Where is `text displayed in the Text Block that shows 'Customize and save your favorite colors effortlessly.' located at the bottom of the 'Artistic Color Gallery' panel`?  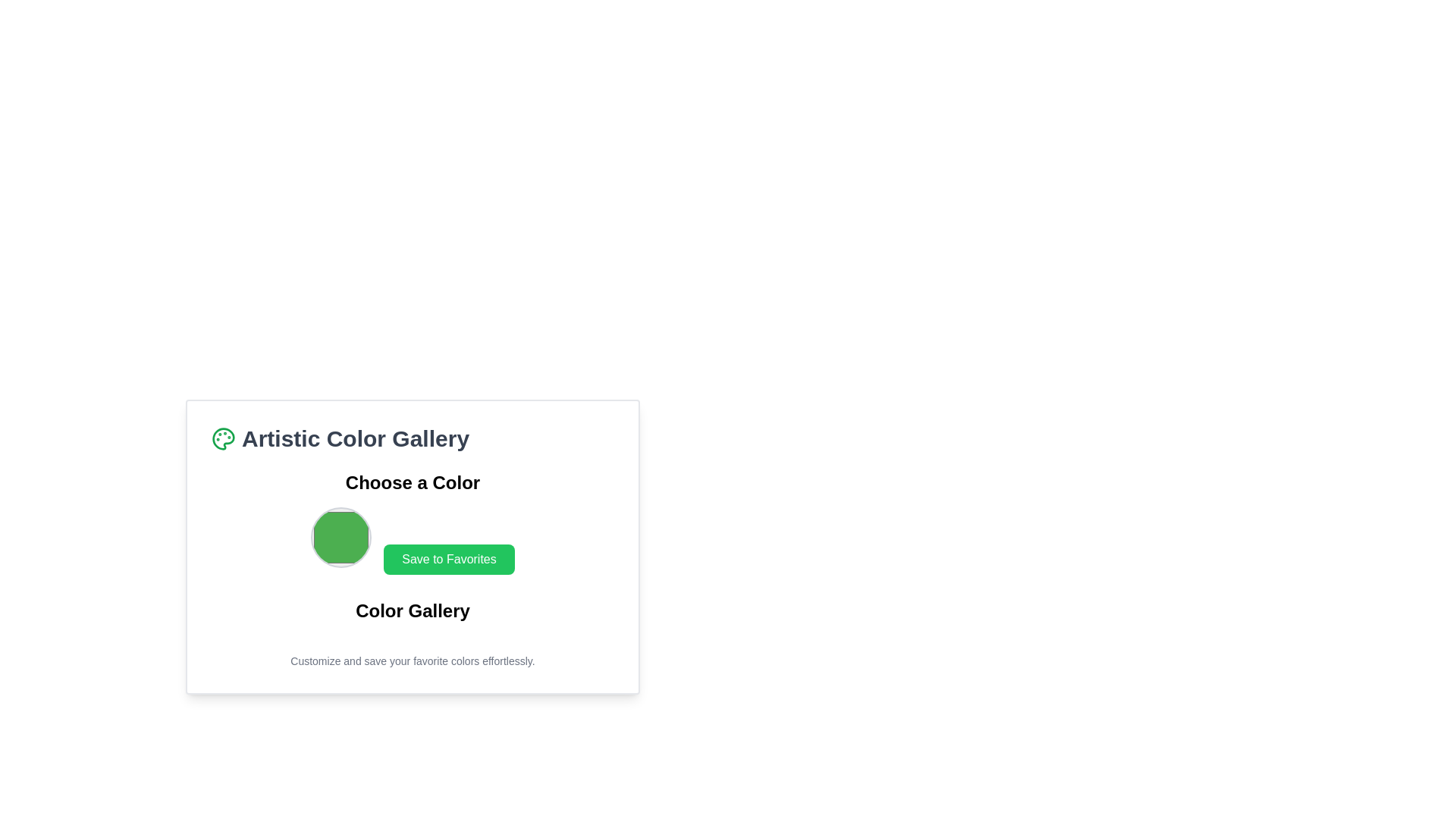 text displayed in the Text Block that shows 'Customize and save your favorite colors effortlessly.' located at the bottom of the 'Artistic Color Gallery' panel is located at coordinates (413, 660).